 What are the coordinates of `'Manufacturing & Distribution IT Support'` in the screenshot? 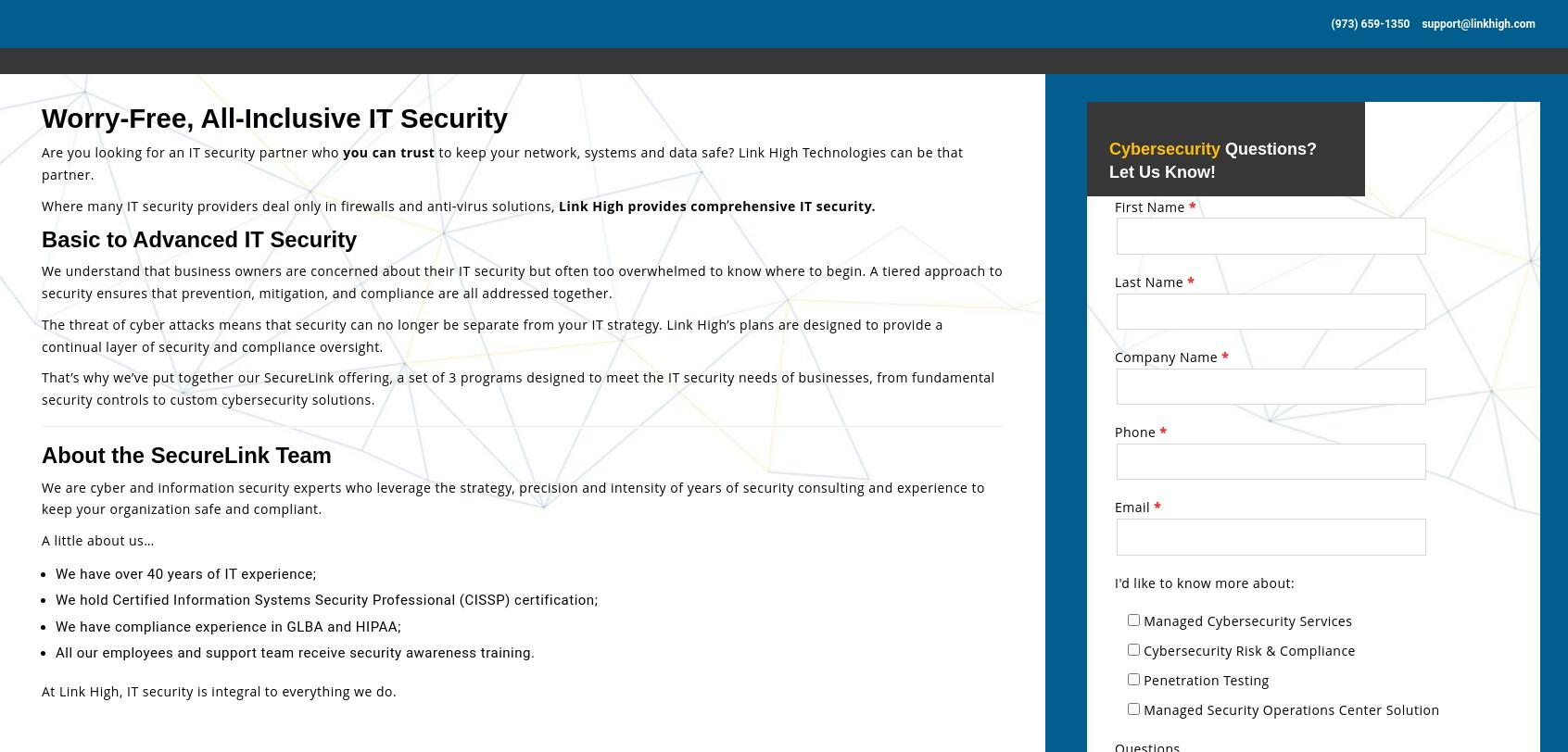 It's located at (1234, 169).